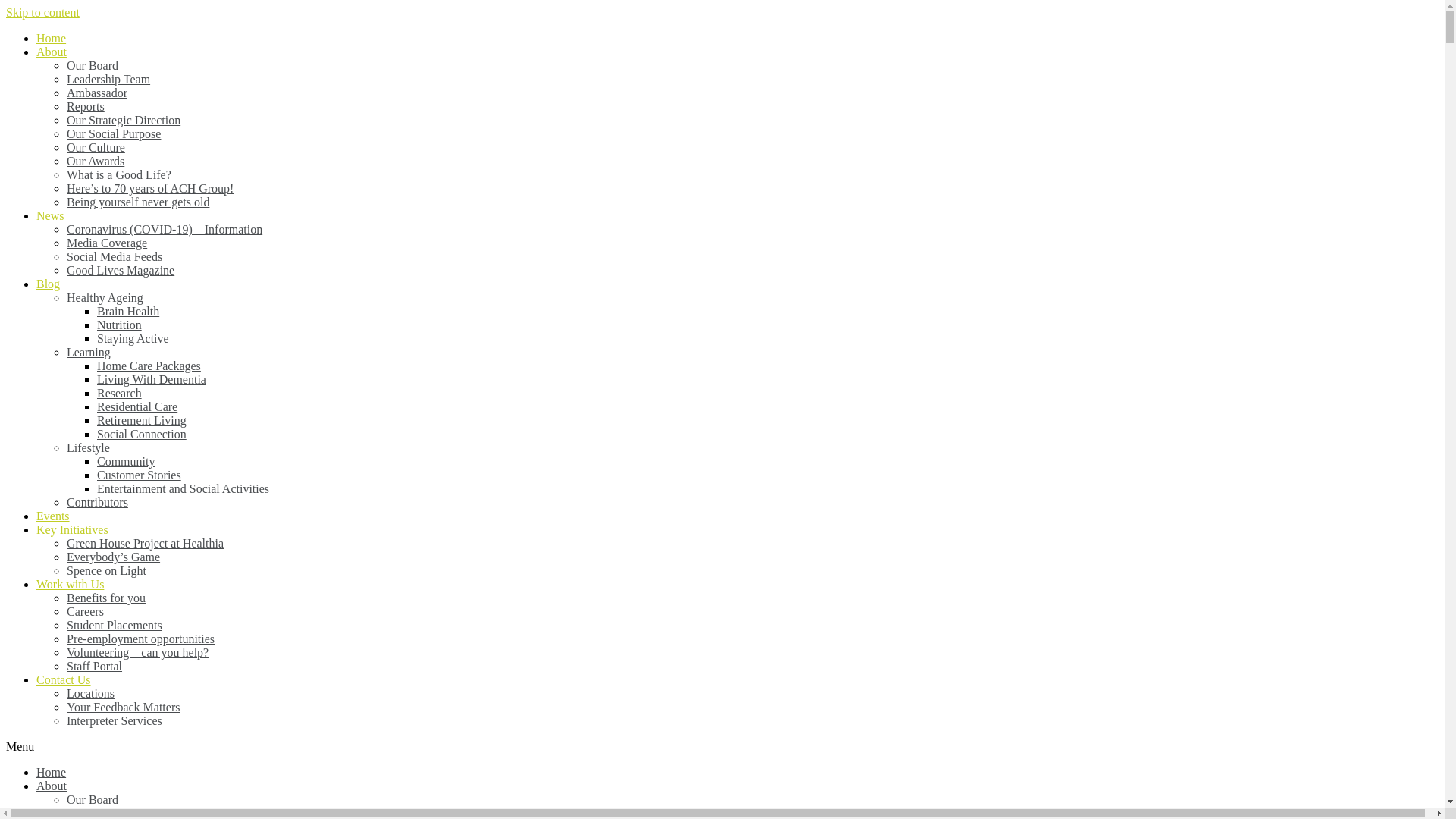 The image size is (1456, 819). Describe the element at coordinates (137, 406) in the screenshot. I see `'Residential Care'` at that location.